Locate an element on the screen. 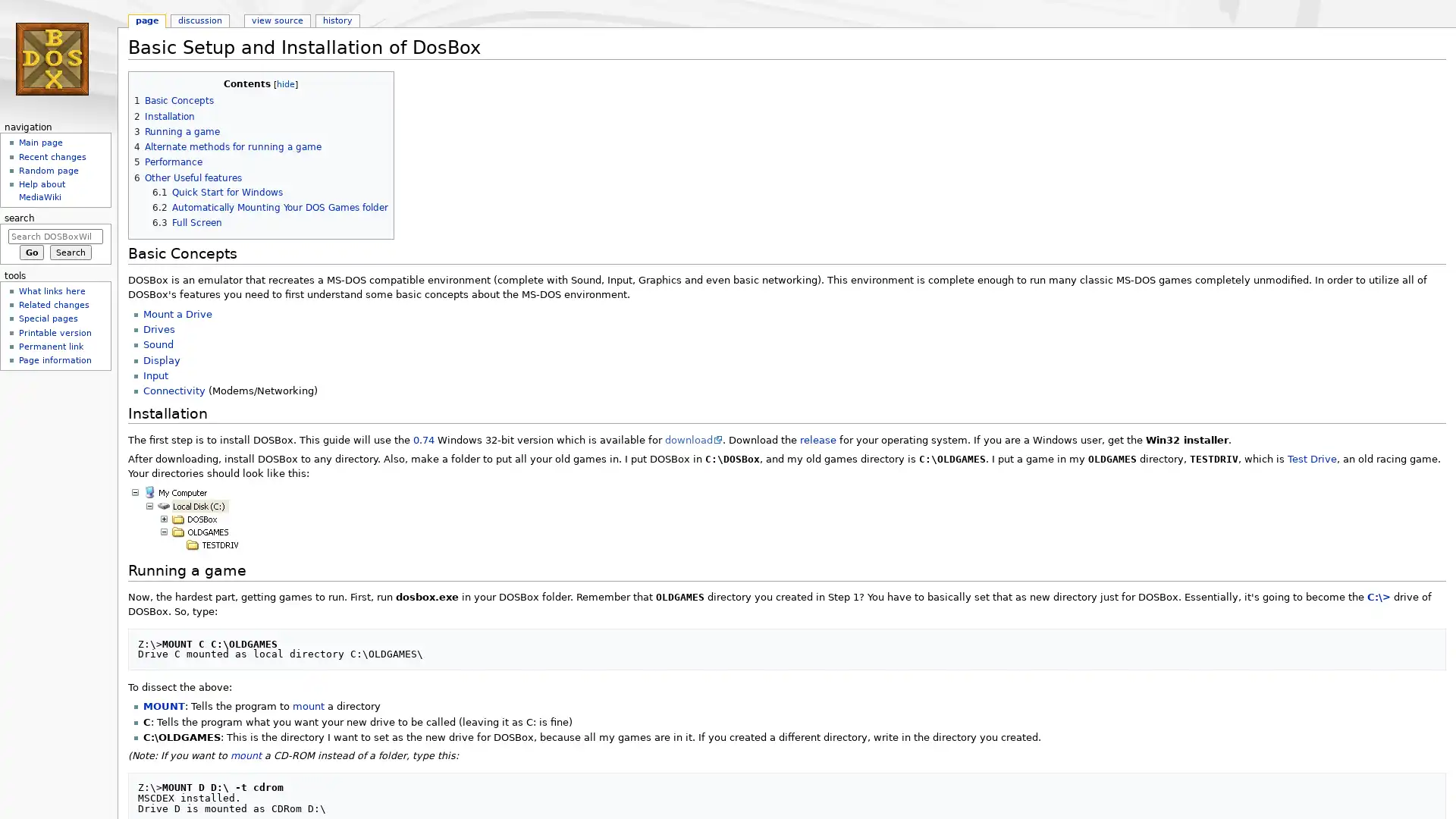  Go is located at coordinates (31, 251).